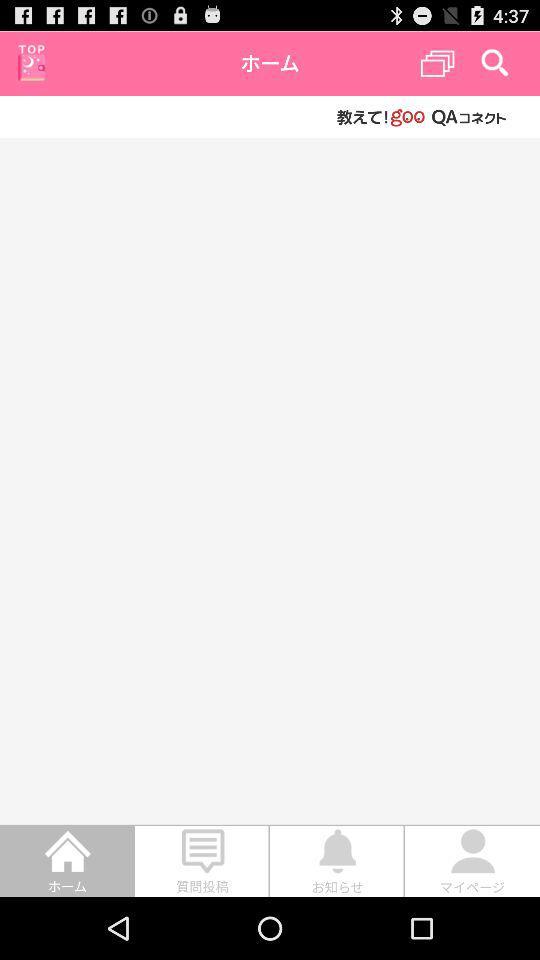 The image size is (540, 960). I want to click on the copy icon, so click(436, 68).